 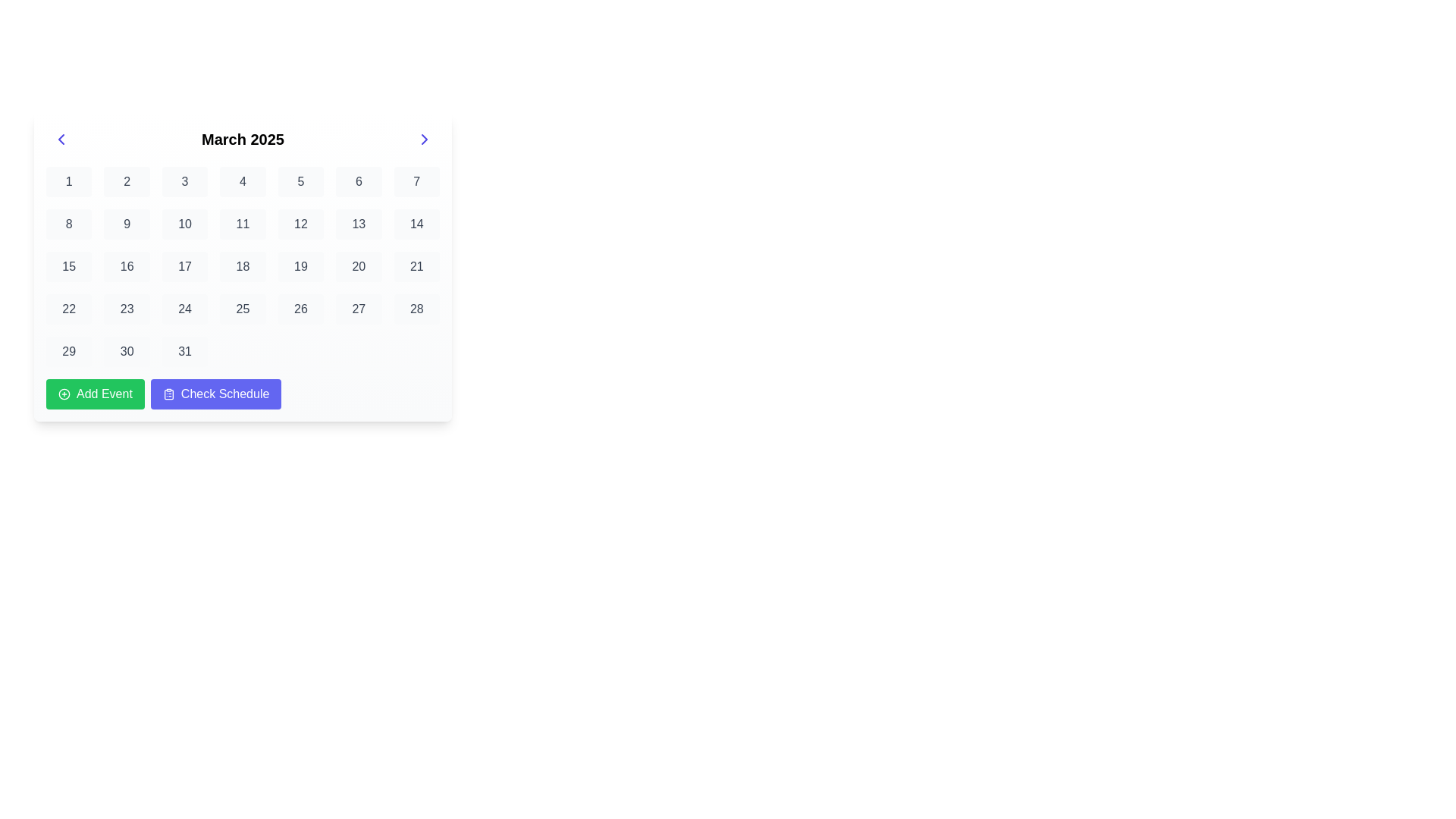 I want to click on the Calendar date button representing the 15th day of March 2025, so click(x=68, y=265).